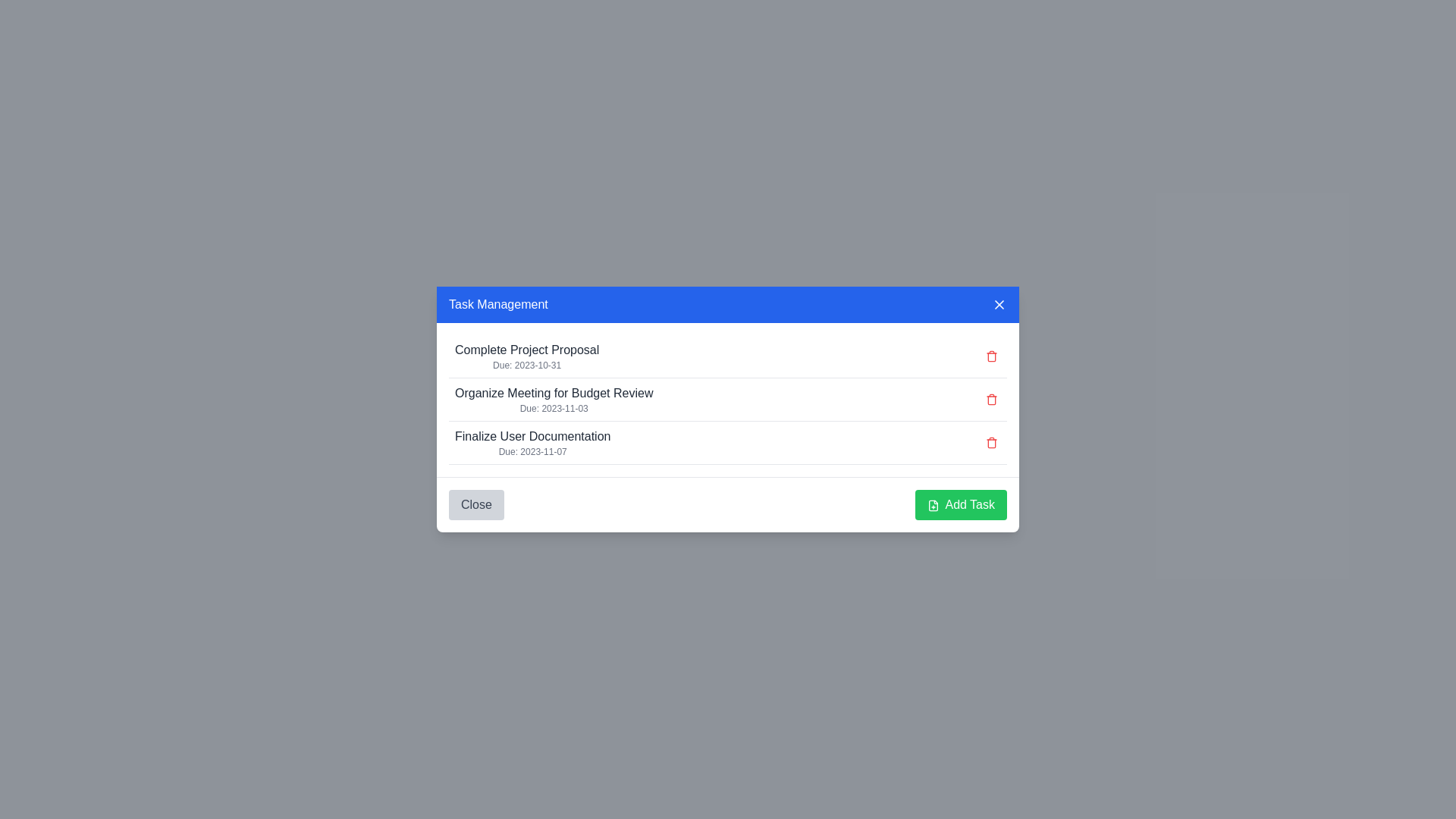  Describe the element at coordinates (475, 505) in the screenshot. I see `the 'Close' button to close the dialog` at that location.